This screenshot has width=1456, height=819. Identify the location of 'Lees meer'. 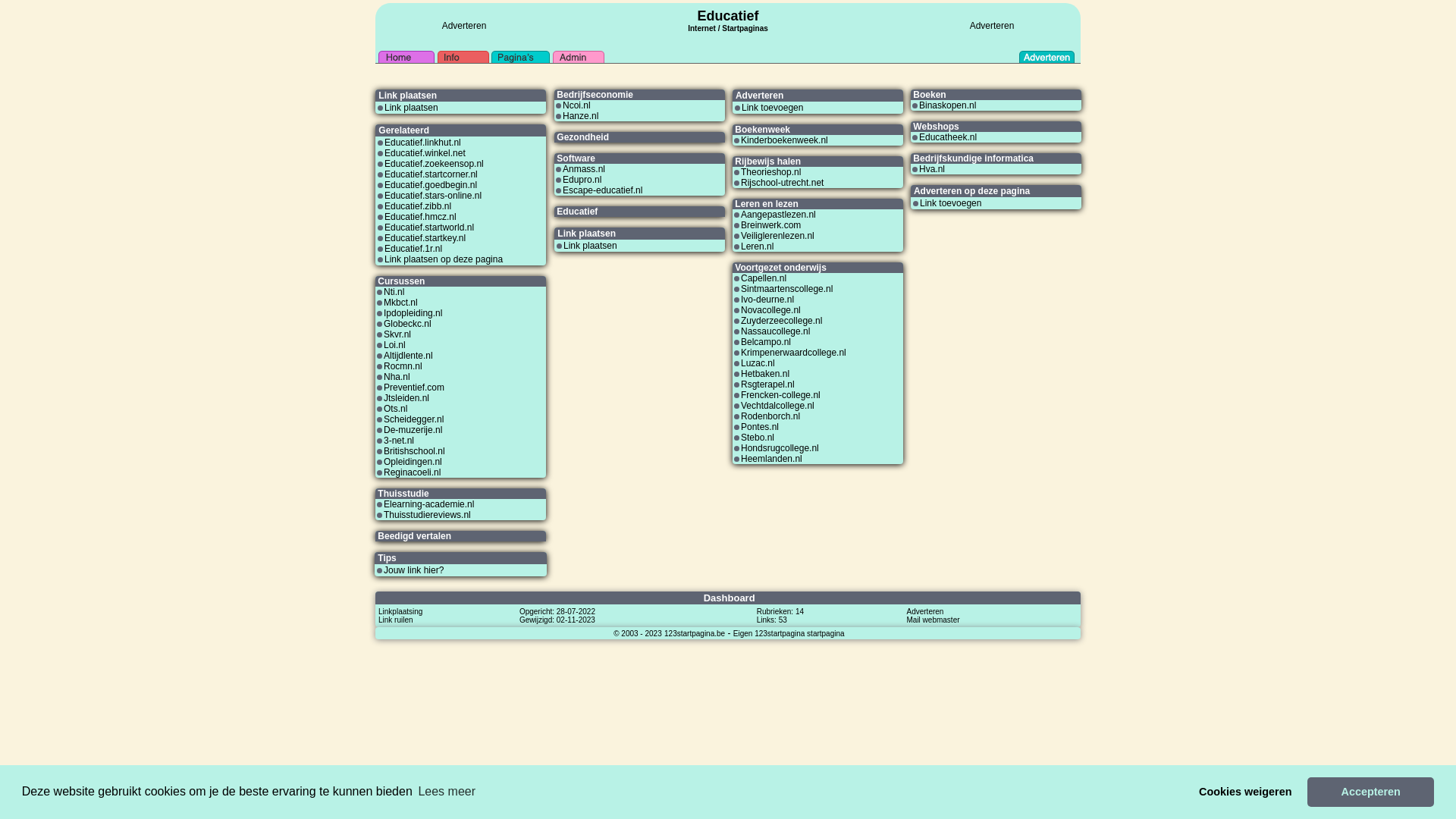
(446, 791).